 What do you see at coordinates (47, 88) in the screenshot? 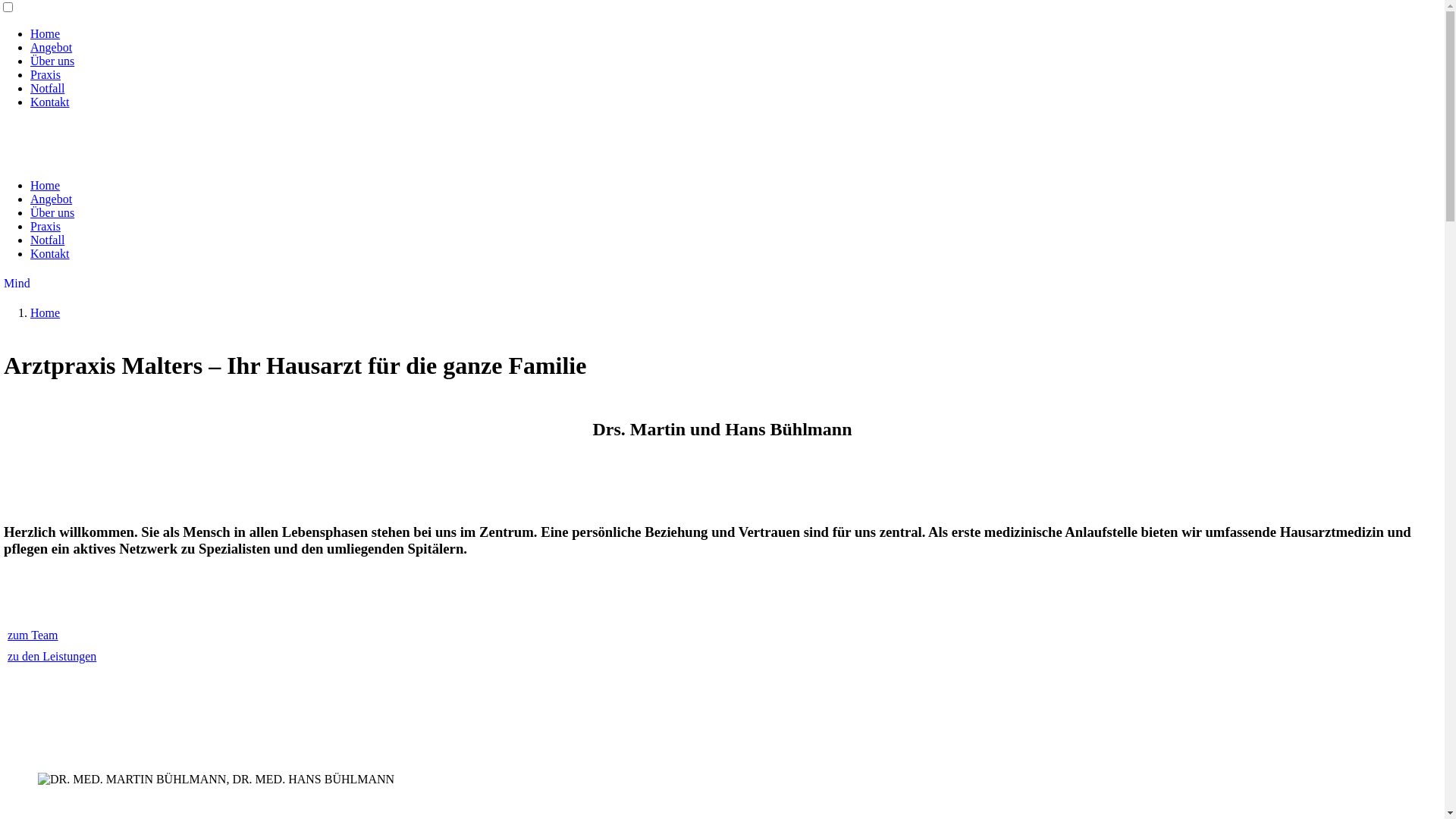
I see `'Notfall'` at bounding box center [47, 88].